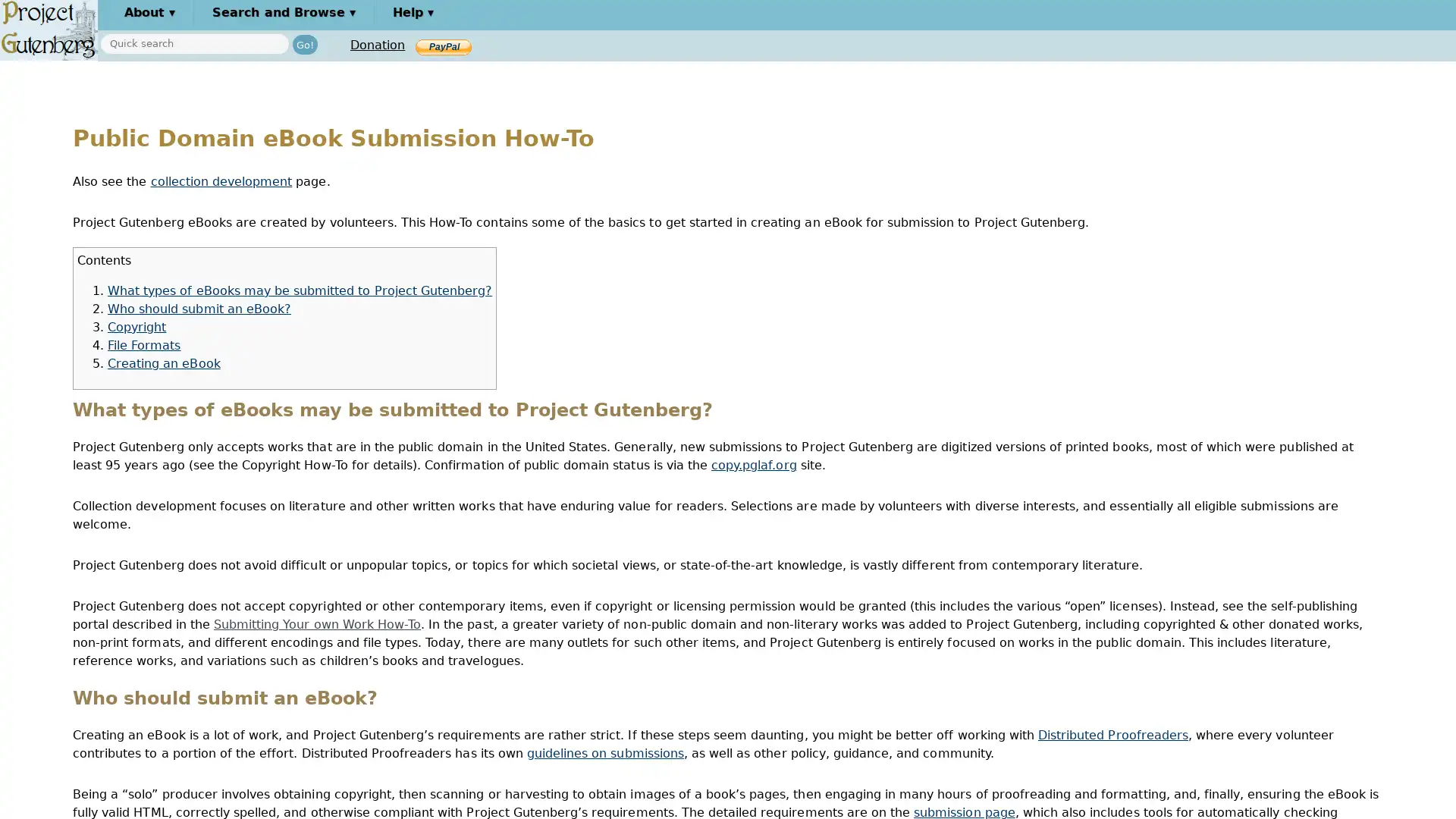 Image resolution: width=1456 pixels, height=819 pixels. What do you see at coordinates (304, 43) in the screenshot?
I see `Go!` at bounding box center [304, 43].